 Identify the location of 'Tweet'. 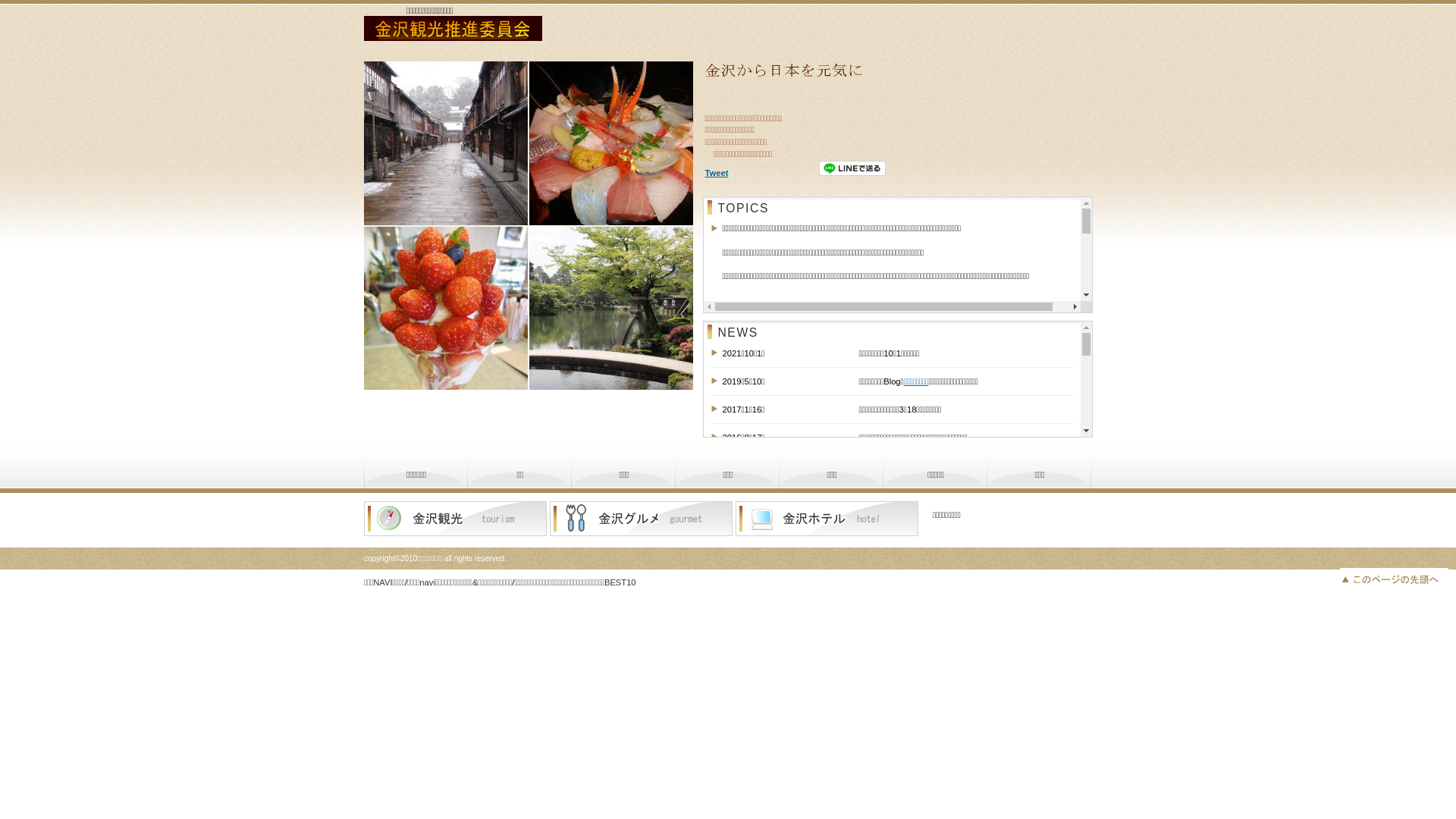
(716, 171).